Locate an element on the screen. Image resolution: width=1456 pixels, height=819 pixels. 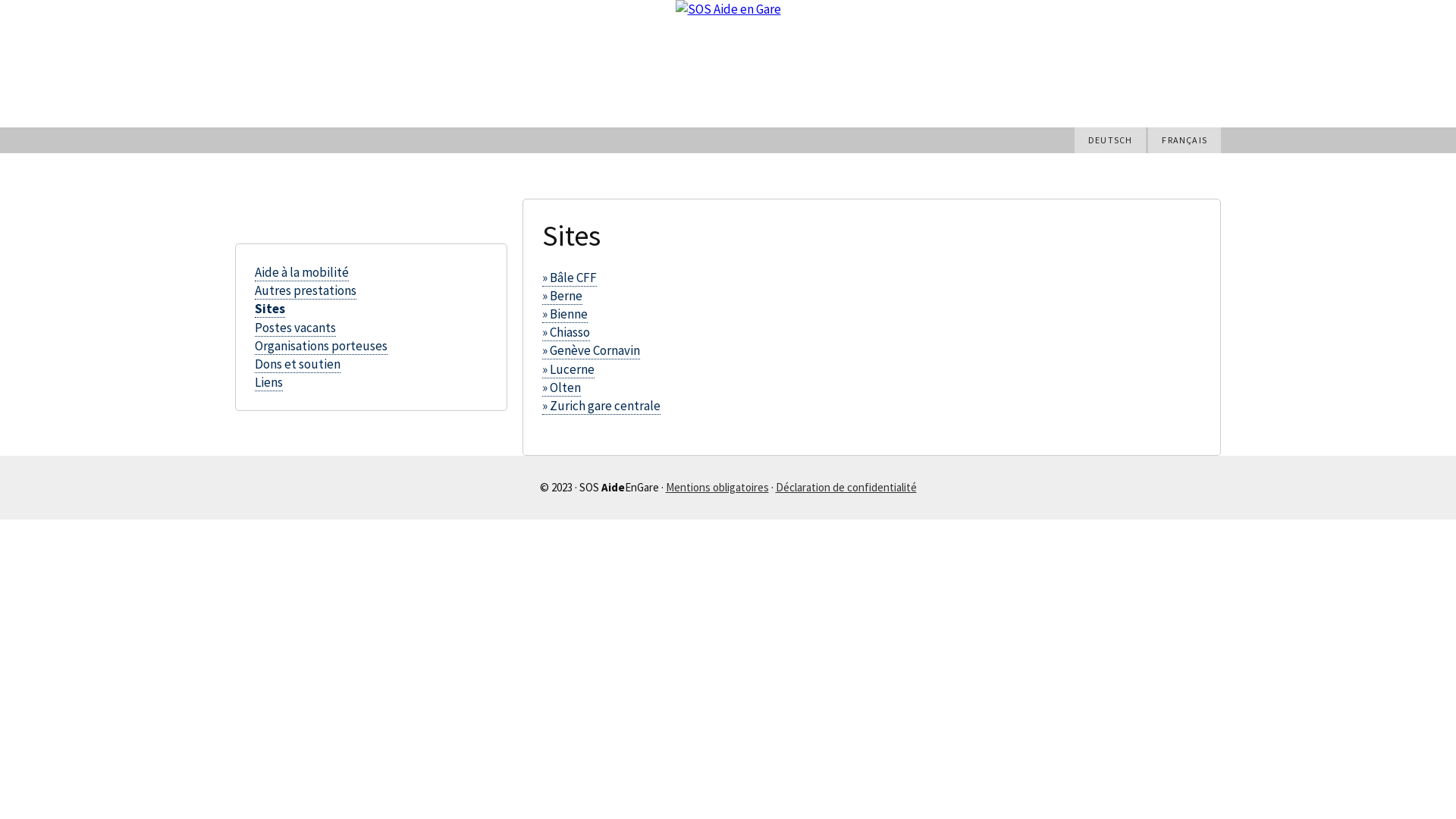
'Mentions obligatoires' is located at coordinates (716, 487).